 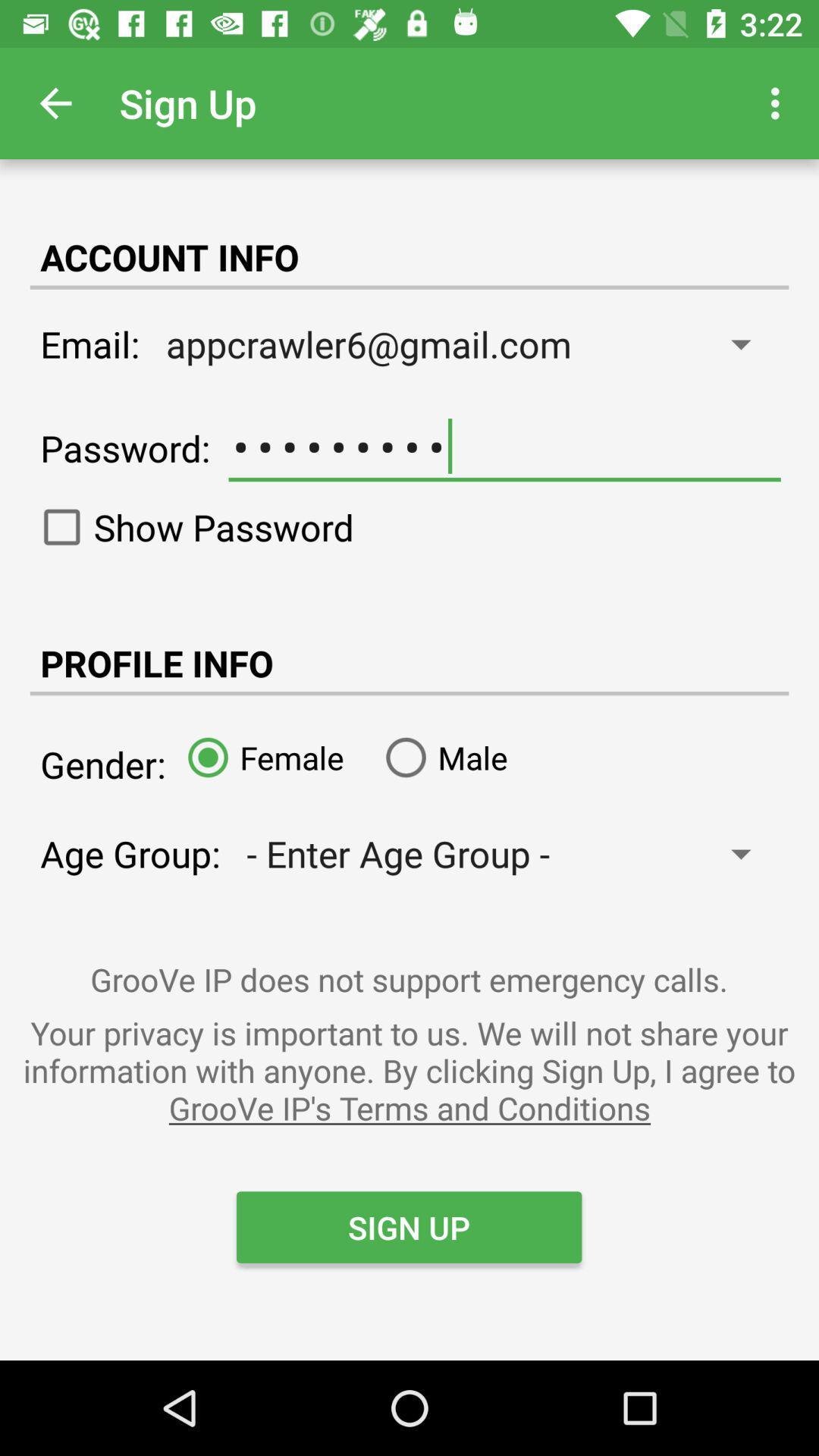 What do you see at coordinates (259, 757) in the screenshot?
I see `item next to the gender: icon` at bounding box center [259, 757].